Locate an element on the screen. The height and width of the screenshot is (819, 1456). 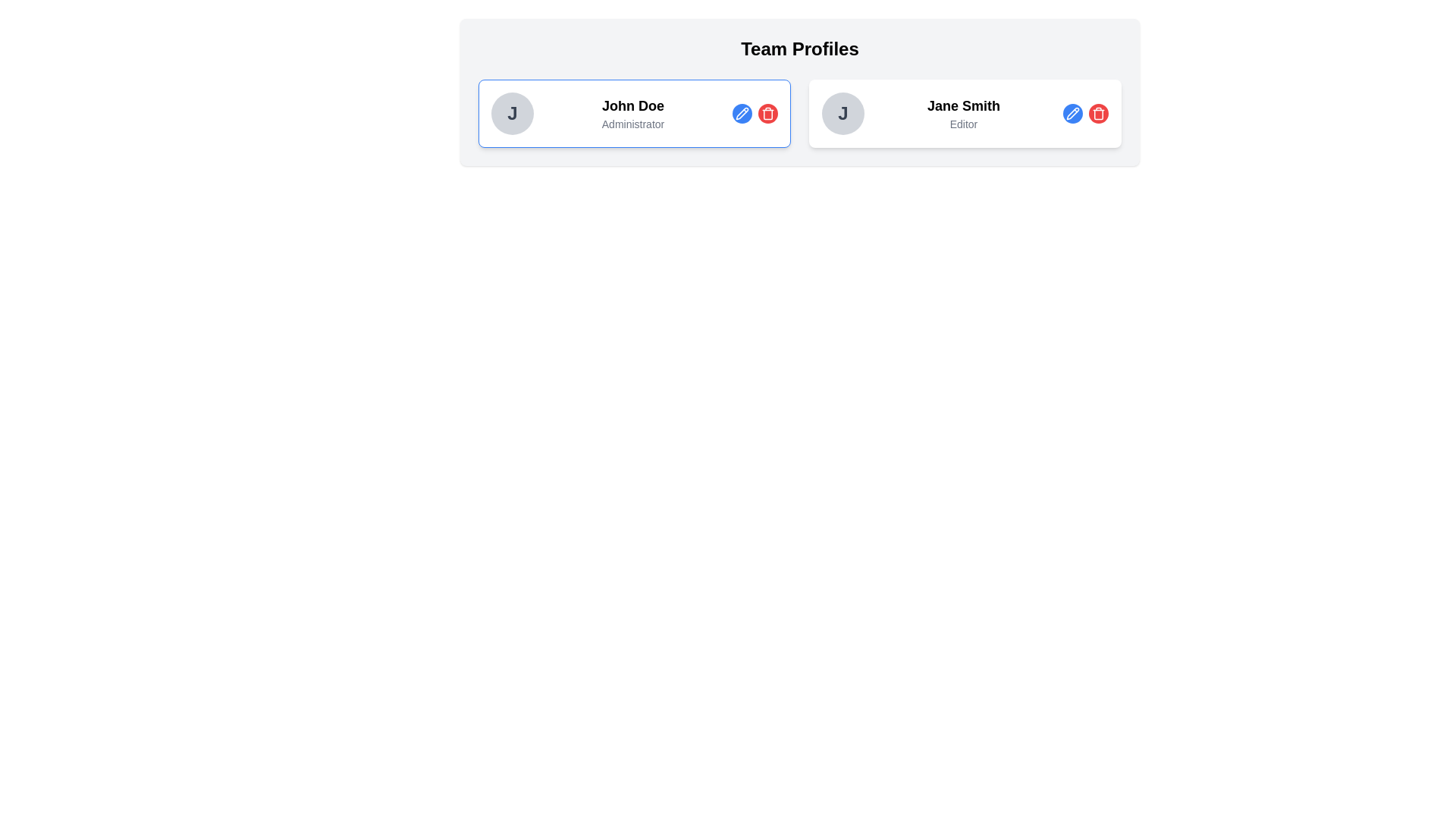
the edit icon located to the right of the user's name 'John Doe' is located at coordinates (742, 112).